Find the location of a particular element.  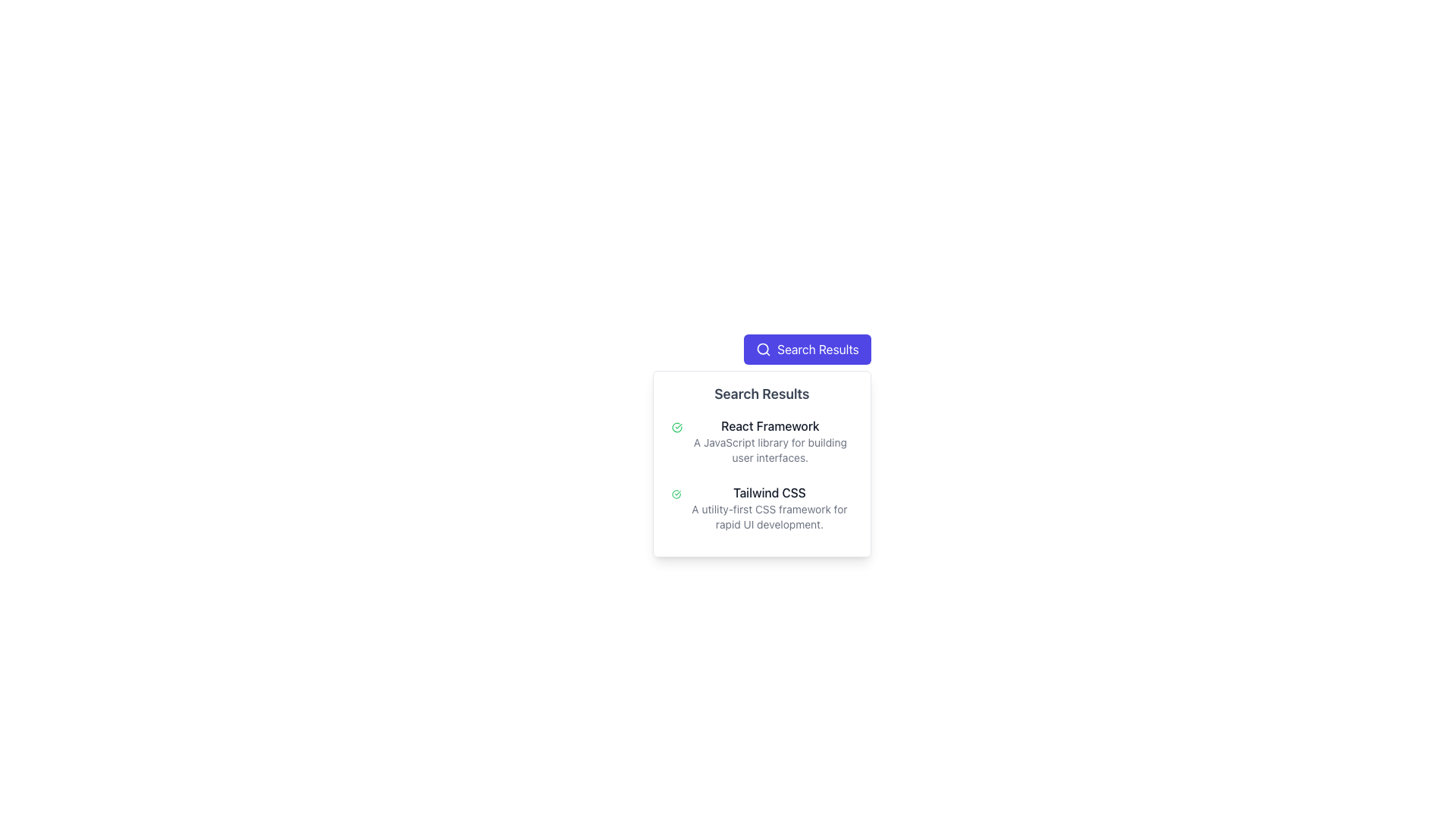

the status indicator icon located to the left of the 'Tailwind CSS' text in the second search result card is located at coordinates (676, 494).